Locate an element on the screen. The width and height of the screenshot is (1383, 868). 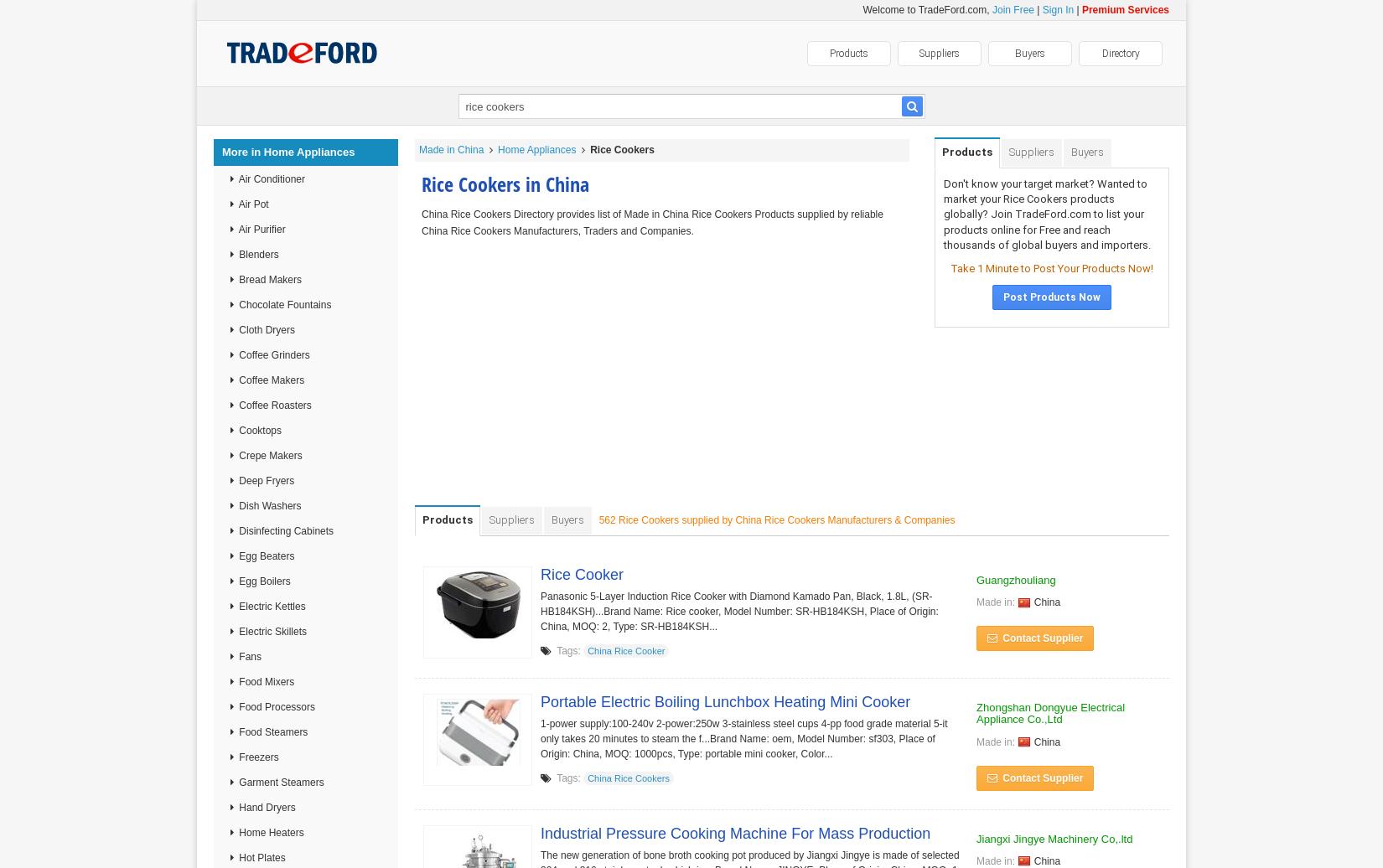
'Air Conditioner' is located at coordinates (271, 179).